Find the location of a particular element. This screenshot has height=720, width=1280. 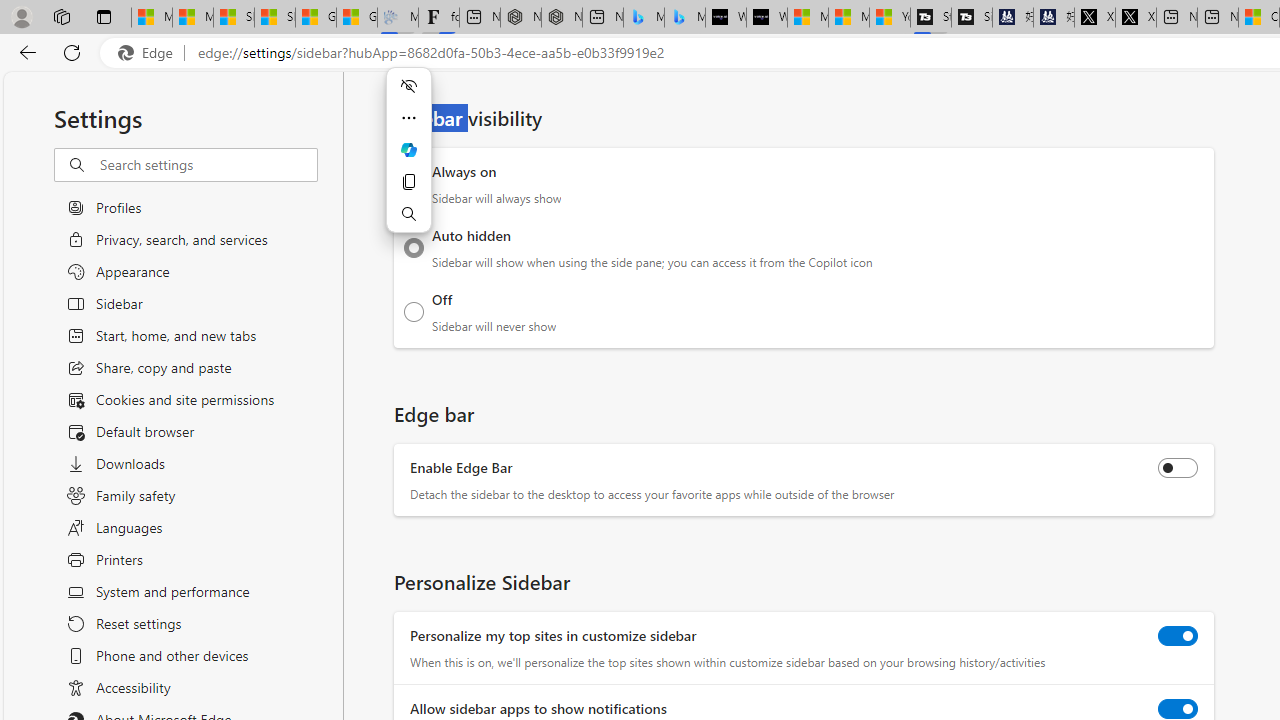

'Search settings' is located at coordinates (208, 164).